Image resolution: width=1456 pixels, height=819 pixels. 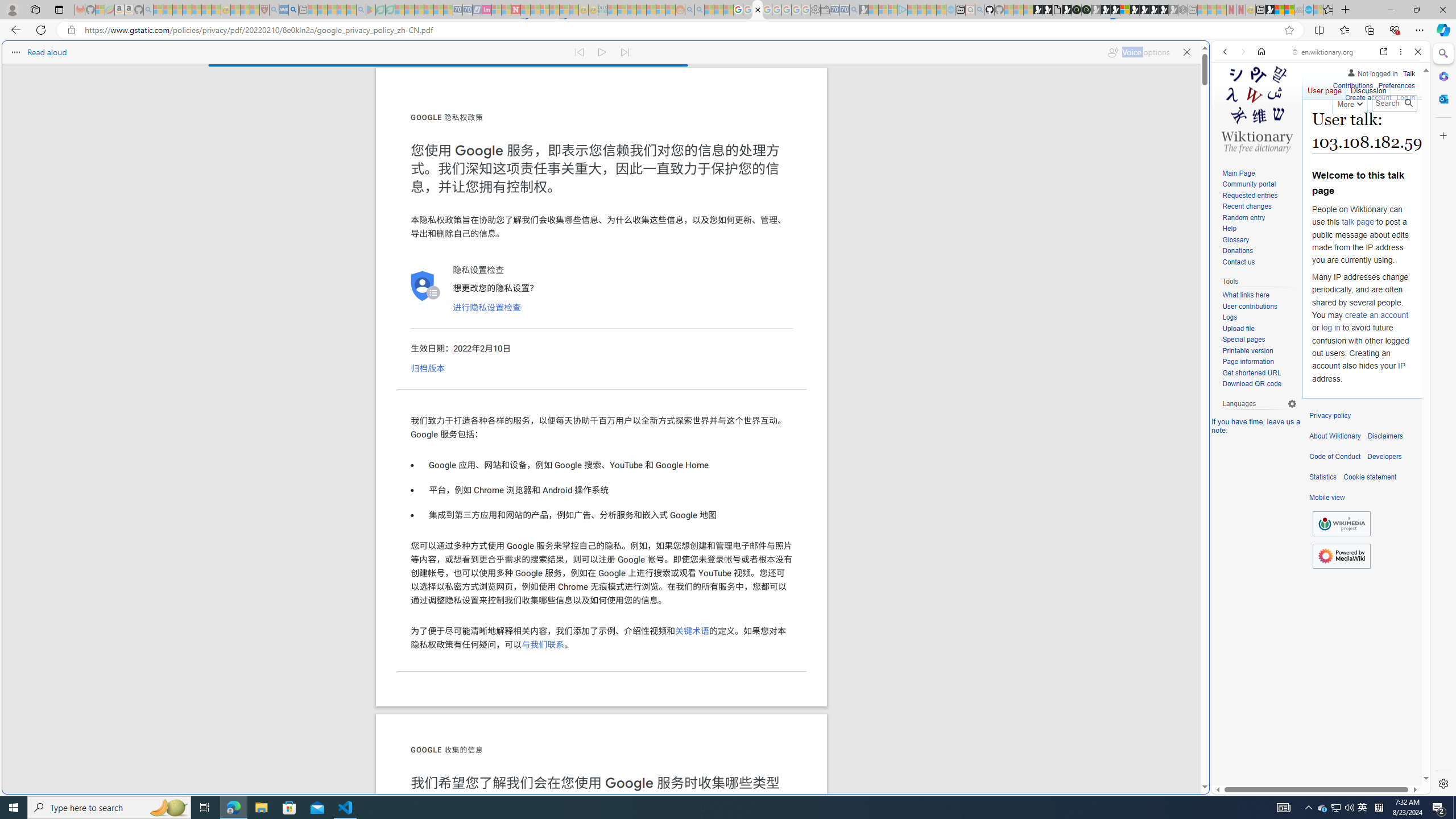 I want to click on 'Pets - MSN - Sleeping', so click(x=341, y=9).